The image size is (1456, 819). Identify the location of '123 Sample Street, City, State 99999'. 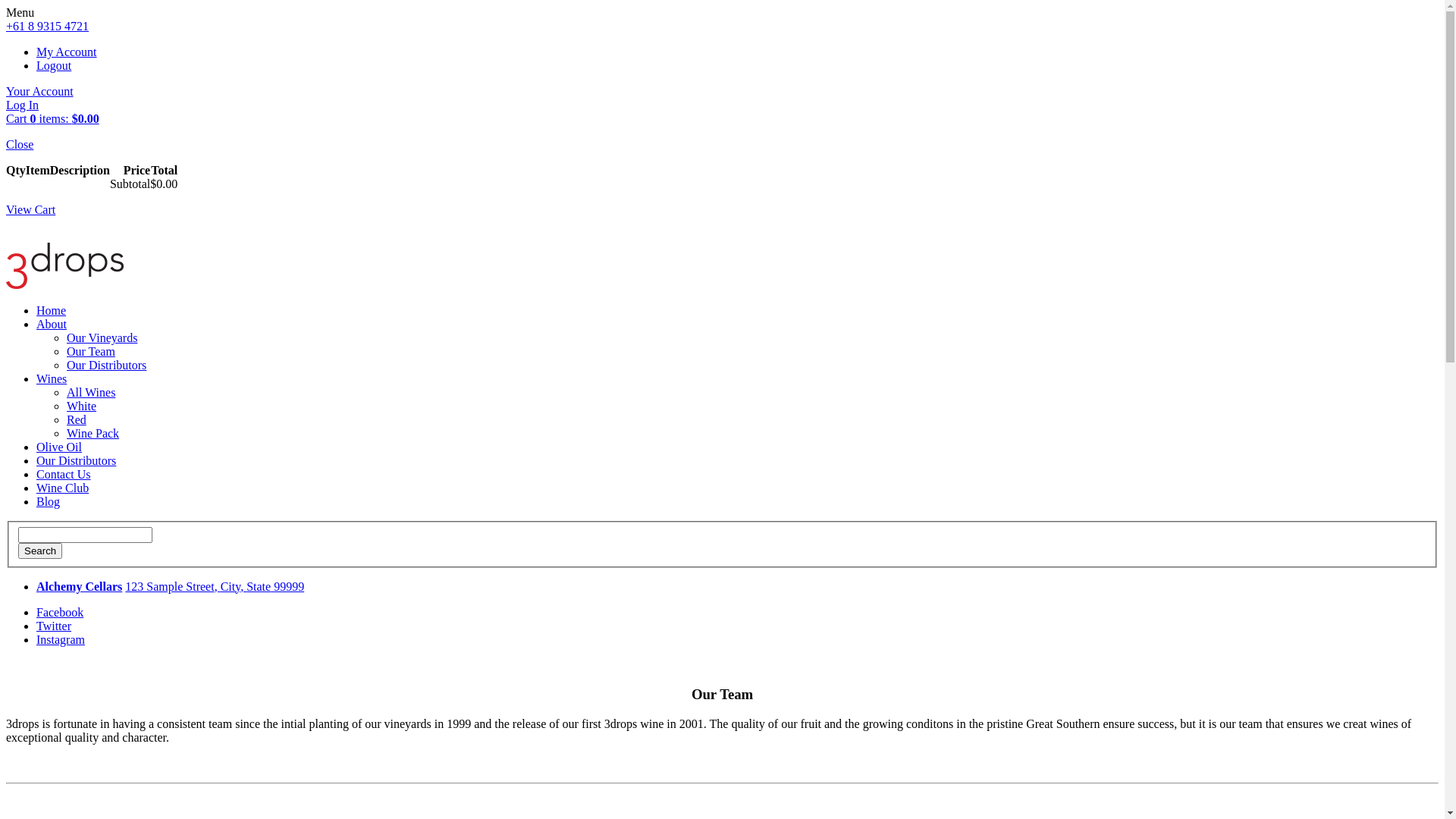
(214, 585).